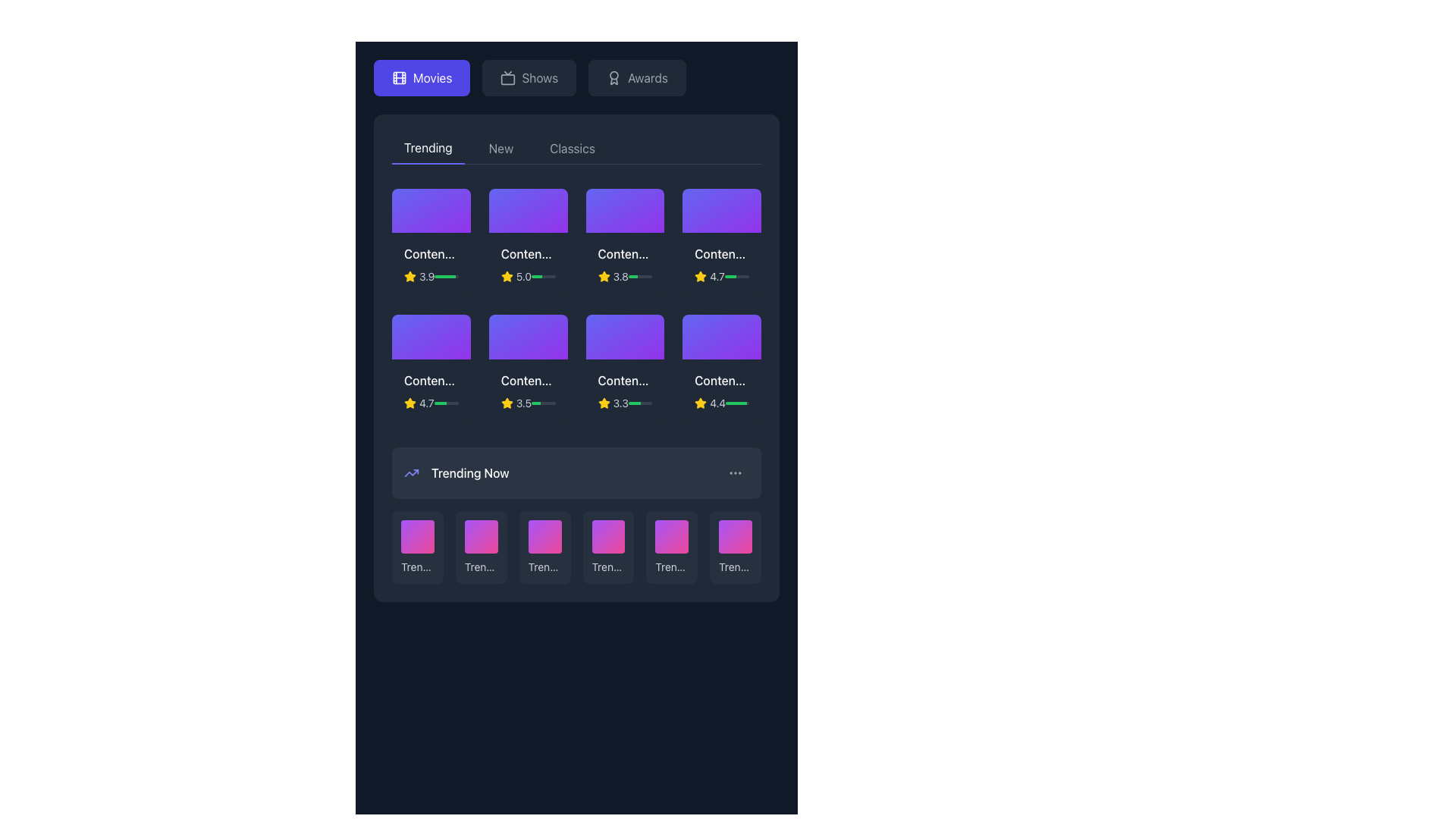 The width and height of the screenshot is (1456, 819). What do you see at coordinates (634, 402) in the screenshot?
I see `the progress bar with a green background color, which is positioned in the middle-bottom of a card-like section in the interface` at bounding box center [634, 402].